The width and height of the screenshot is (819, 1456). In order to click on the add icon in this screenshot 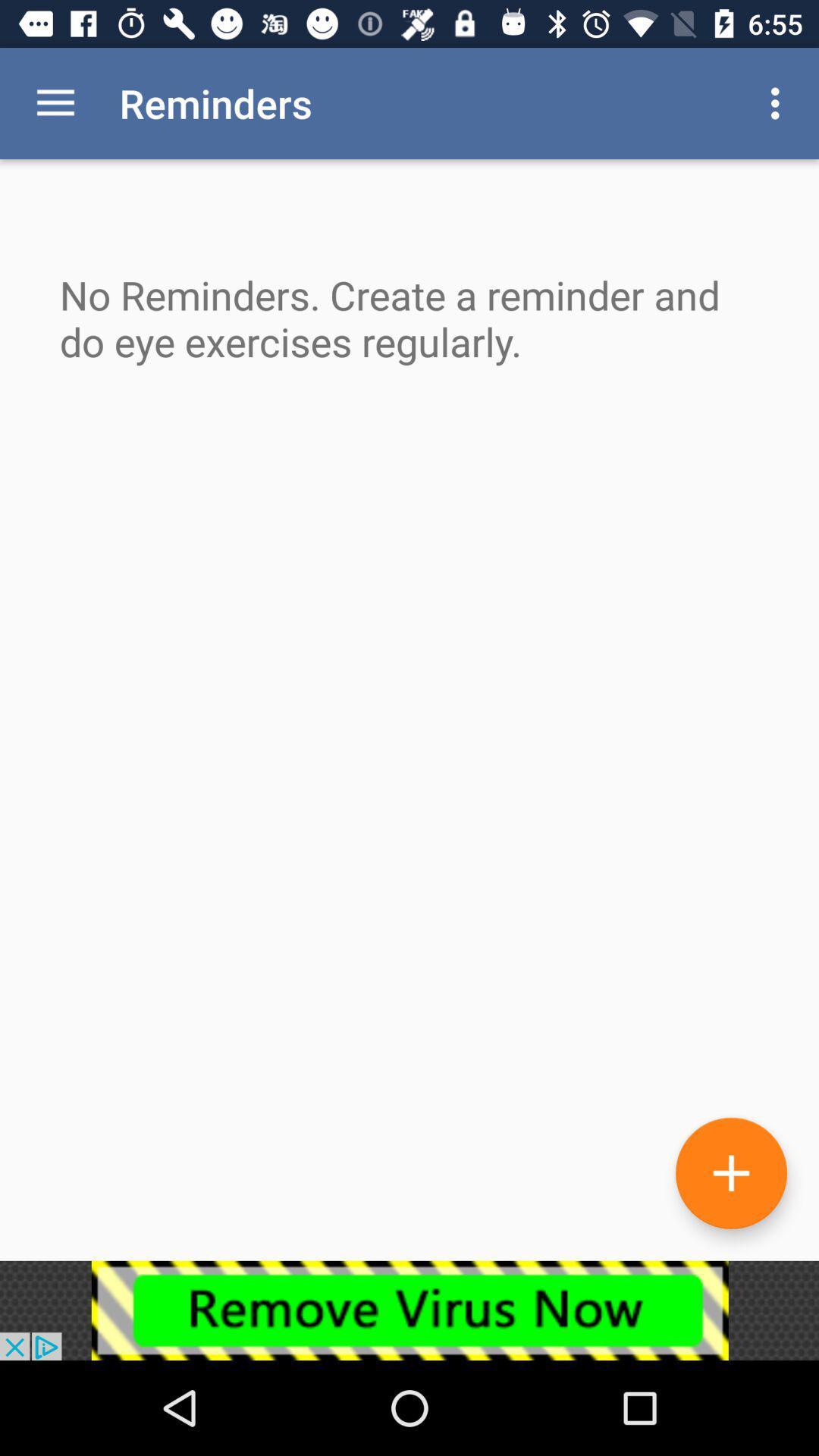, I will do `click(730, 1172)`.